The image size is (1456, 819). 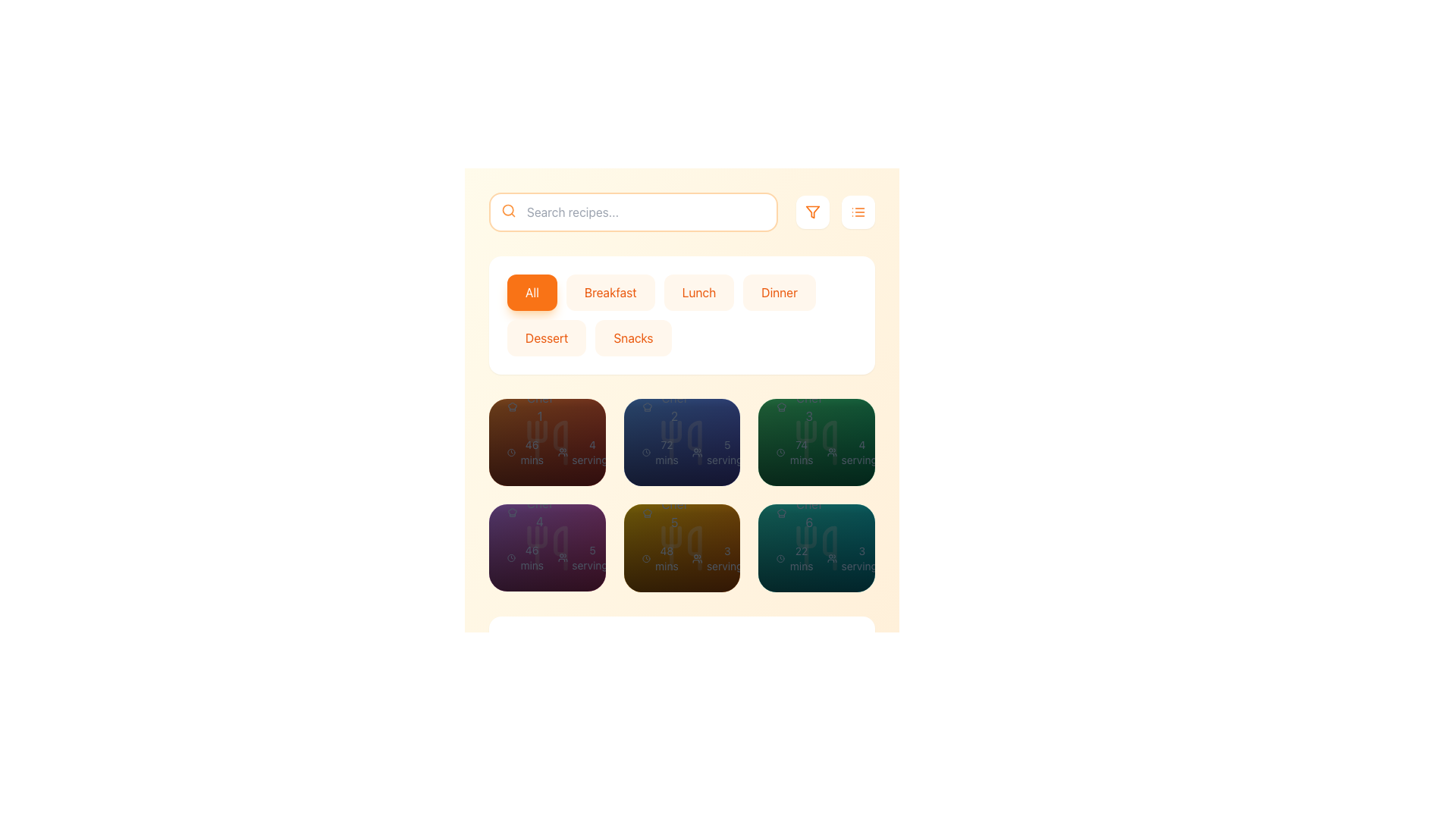 I want to click on the share button located, so click(x=591, y=548).